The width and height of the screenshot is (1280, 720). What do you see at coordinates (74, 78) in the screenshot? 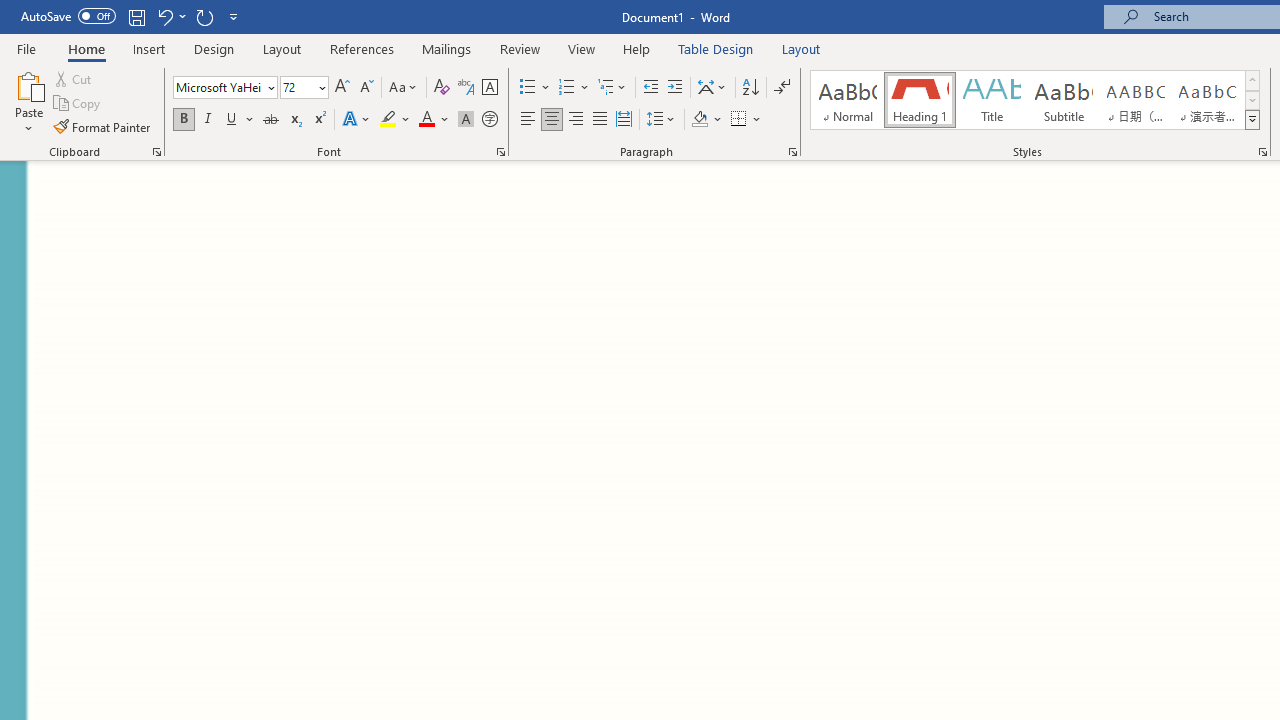
I see `'Cut'` at bounding box center [74, 78].